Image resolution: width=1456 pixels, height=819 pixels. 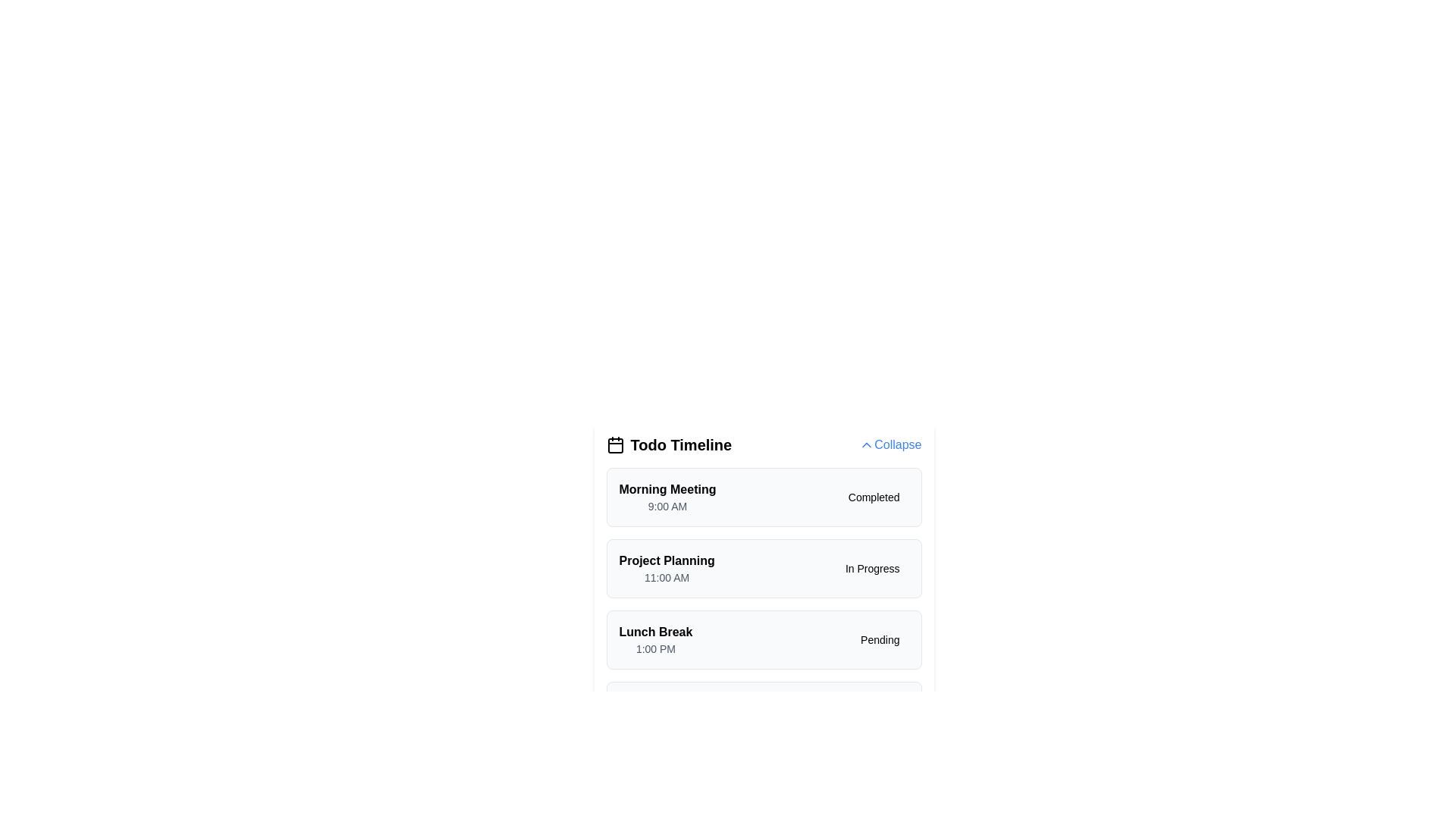 What do you see at coordinates (615, 444) in the screenshot?
I see `the calendar icon, which is an outline drawing with rounded corners, located to the left of the 'Todo Timeline' label in the header section` at bounding box center [615, 444].